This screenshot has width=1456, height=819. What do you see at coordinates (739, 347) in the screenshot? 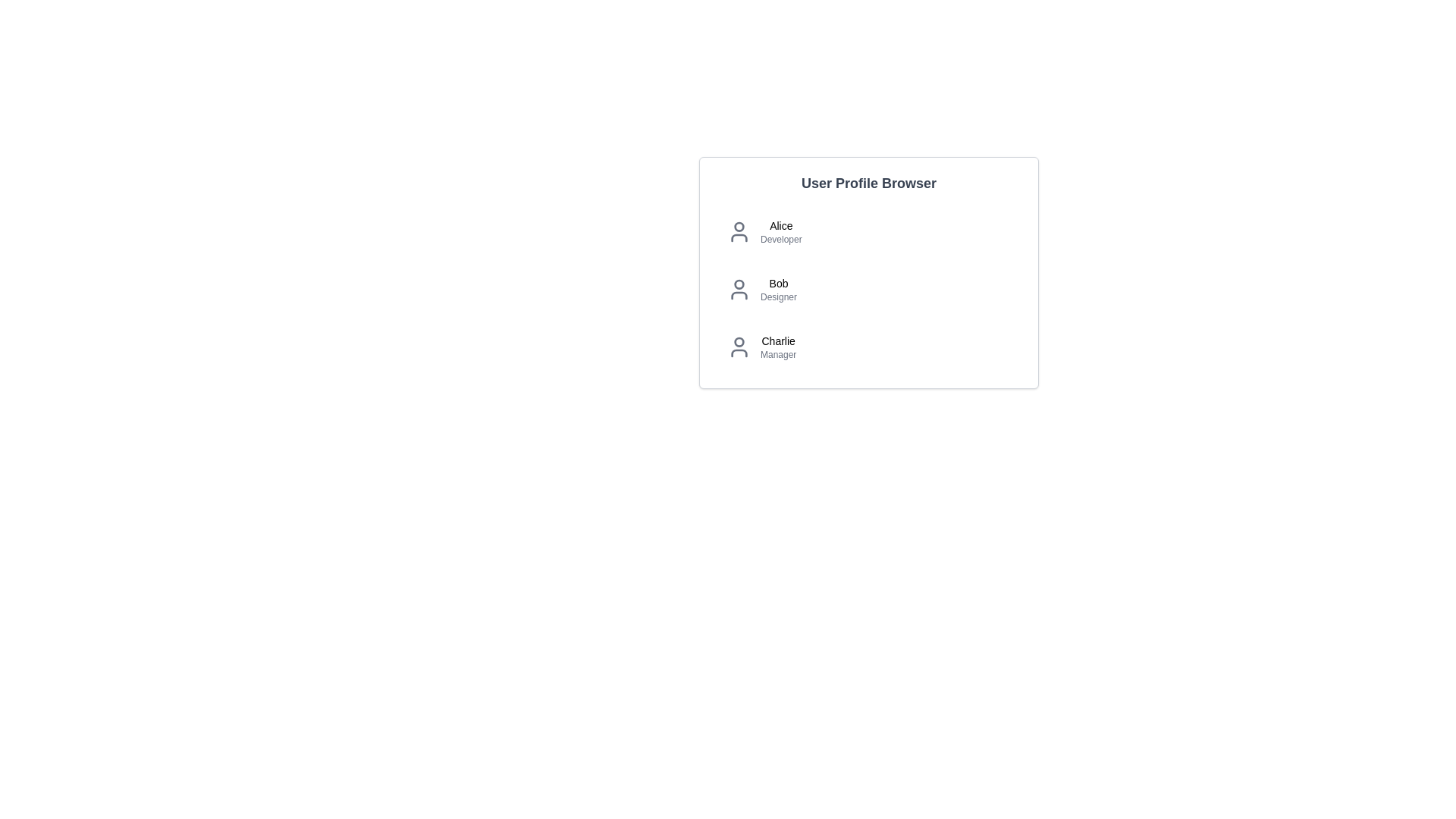
I see `the user profile icon for 'Charlie Manager', which is located in the leftmost section of the row labeled 'Charlie Manager'` at bounding box center [739, 347].